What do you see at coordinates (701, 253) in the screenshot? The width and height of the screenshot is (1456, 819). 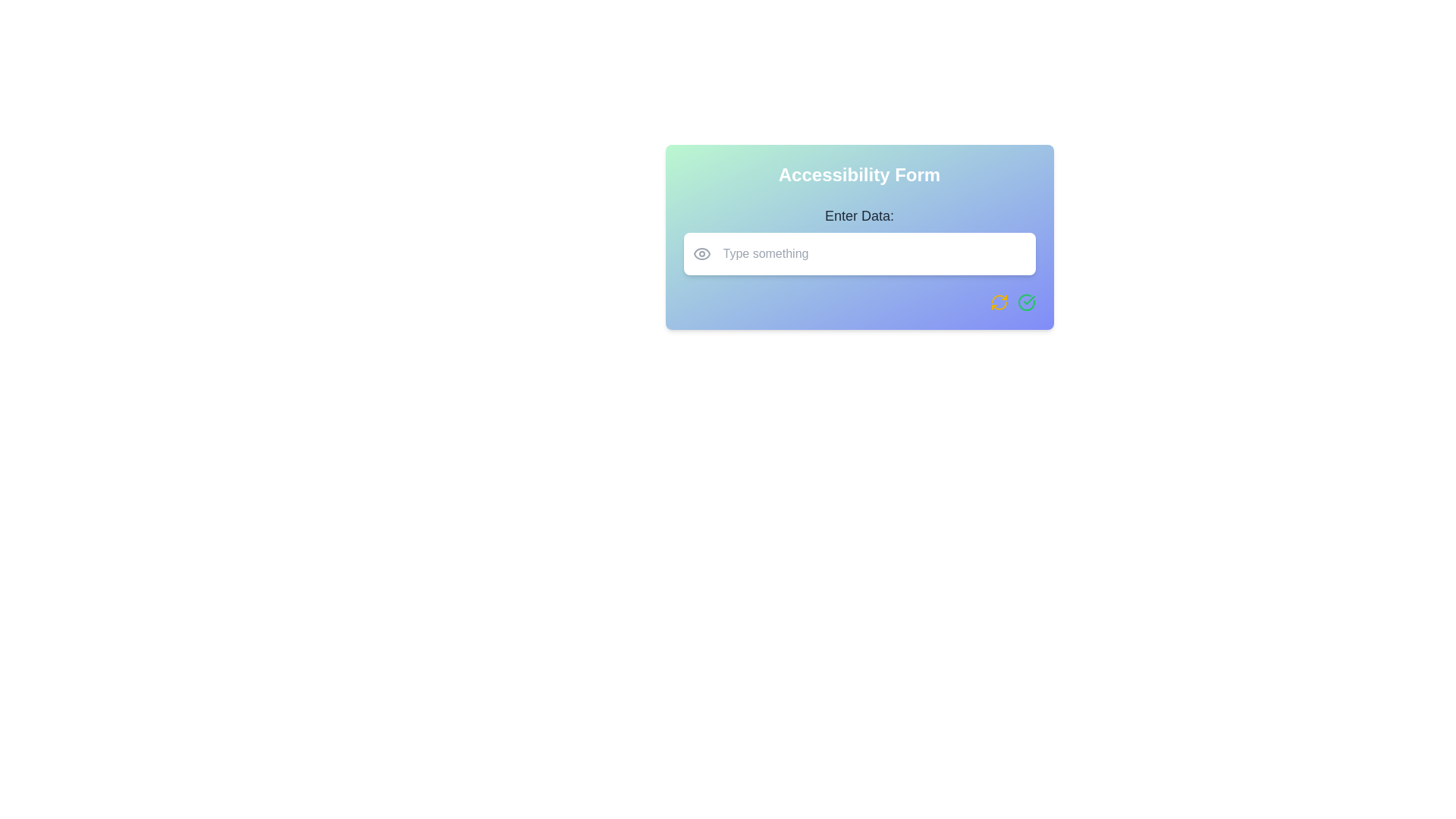 I see `the circular gray eye icon located to the far left within the rectangular box containing the input field` at bounding box center [701, 253].